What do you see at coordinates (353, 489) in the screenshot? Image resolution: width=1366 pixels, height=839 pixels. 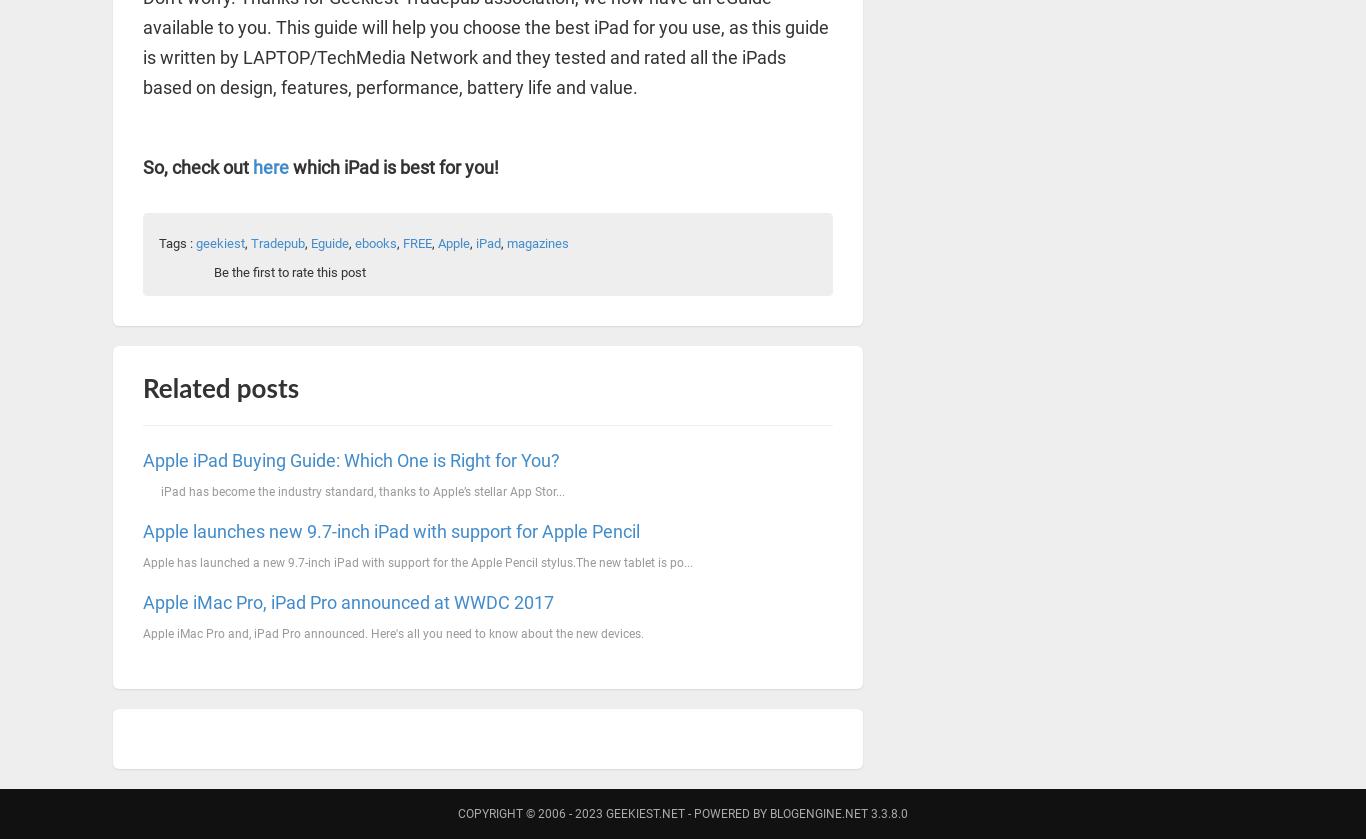 I see `'iPad has become the industry standard, thanks to Apple’s stellar App Stor...'` at bounding box center [353, 489].